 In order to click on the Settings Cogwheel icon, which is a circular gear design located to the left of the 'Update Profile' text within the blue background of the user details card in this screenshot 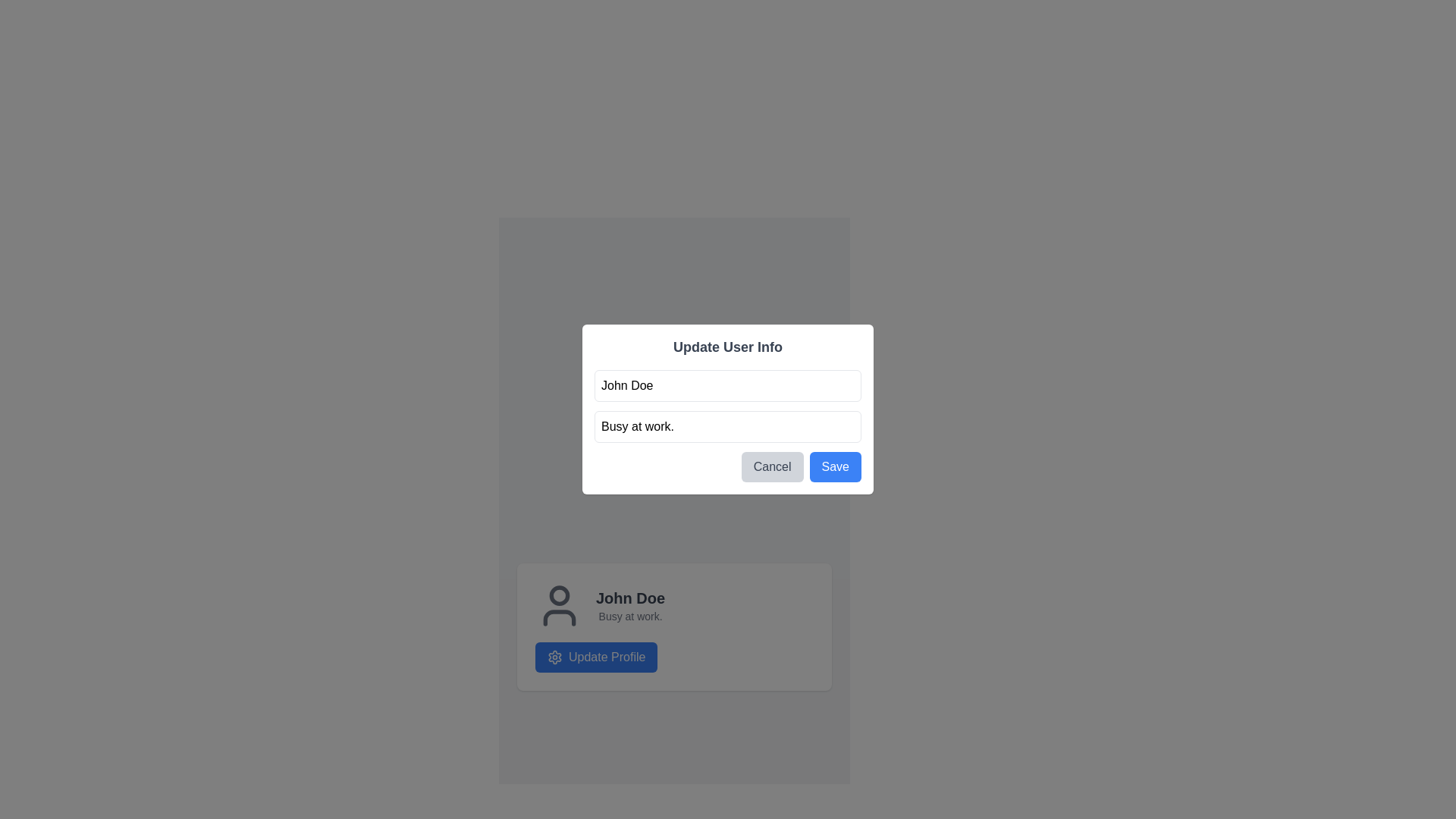, I will do `click(554, 657)`.